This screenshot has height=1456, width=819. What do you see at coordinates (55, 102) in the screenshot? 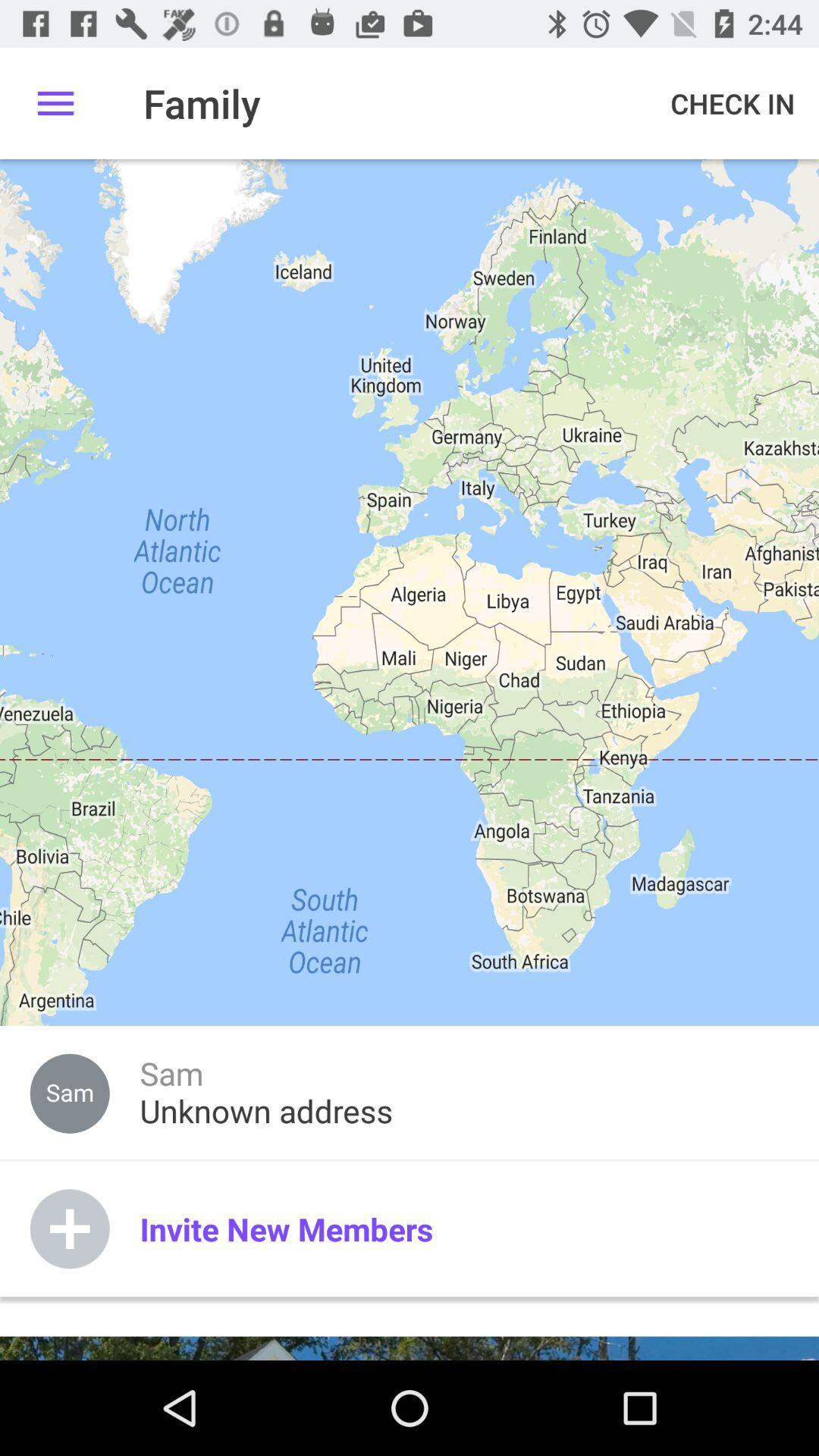
I see `the item next to the family` at bounding box center [55, 102].